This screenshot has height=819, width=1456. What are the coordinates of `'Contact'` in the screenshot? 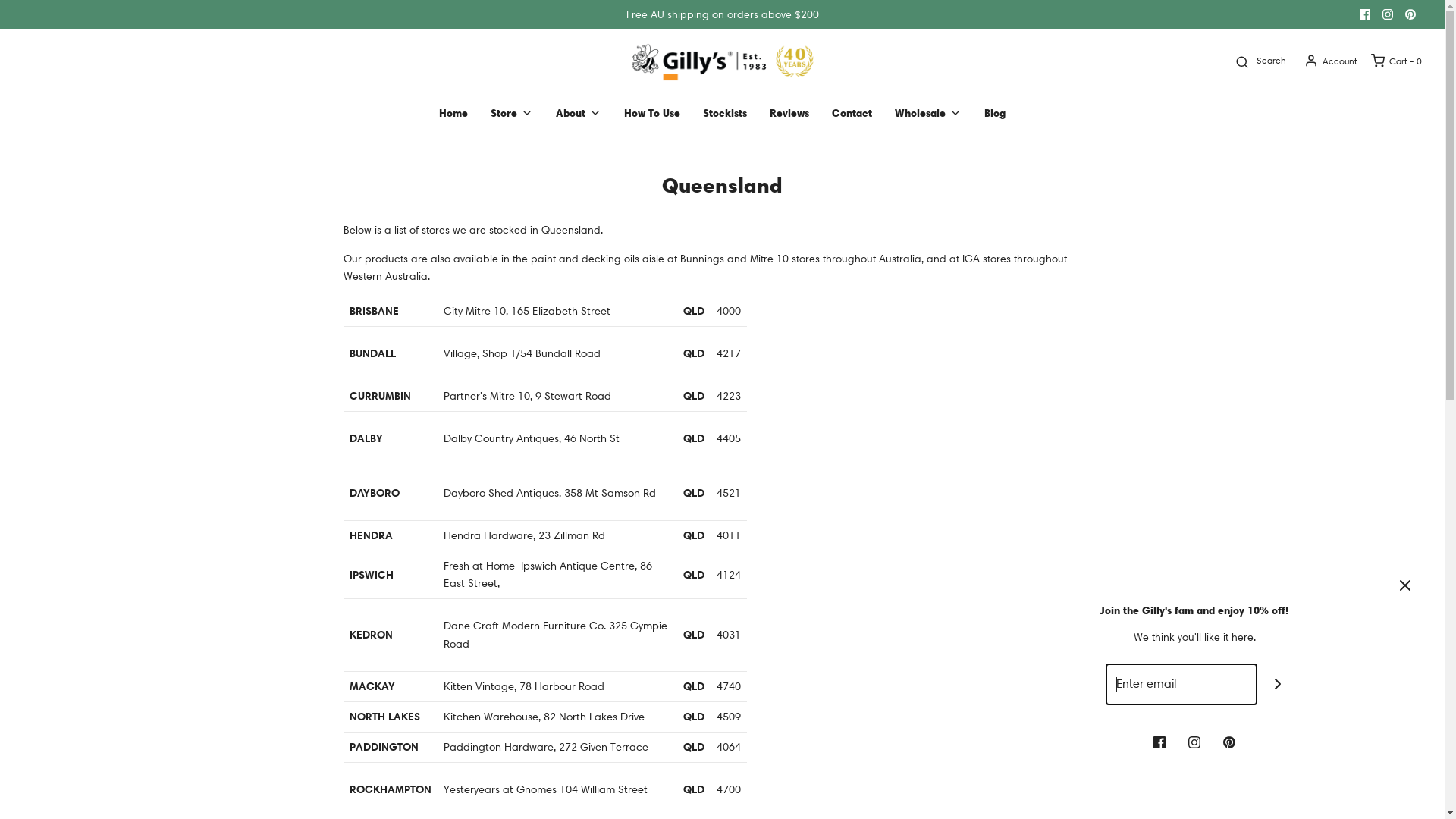 It's located at (852, 112).